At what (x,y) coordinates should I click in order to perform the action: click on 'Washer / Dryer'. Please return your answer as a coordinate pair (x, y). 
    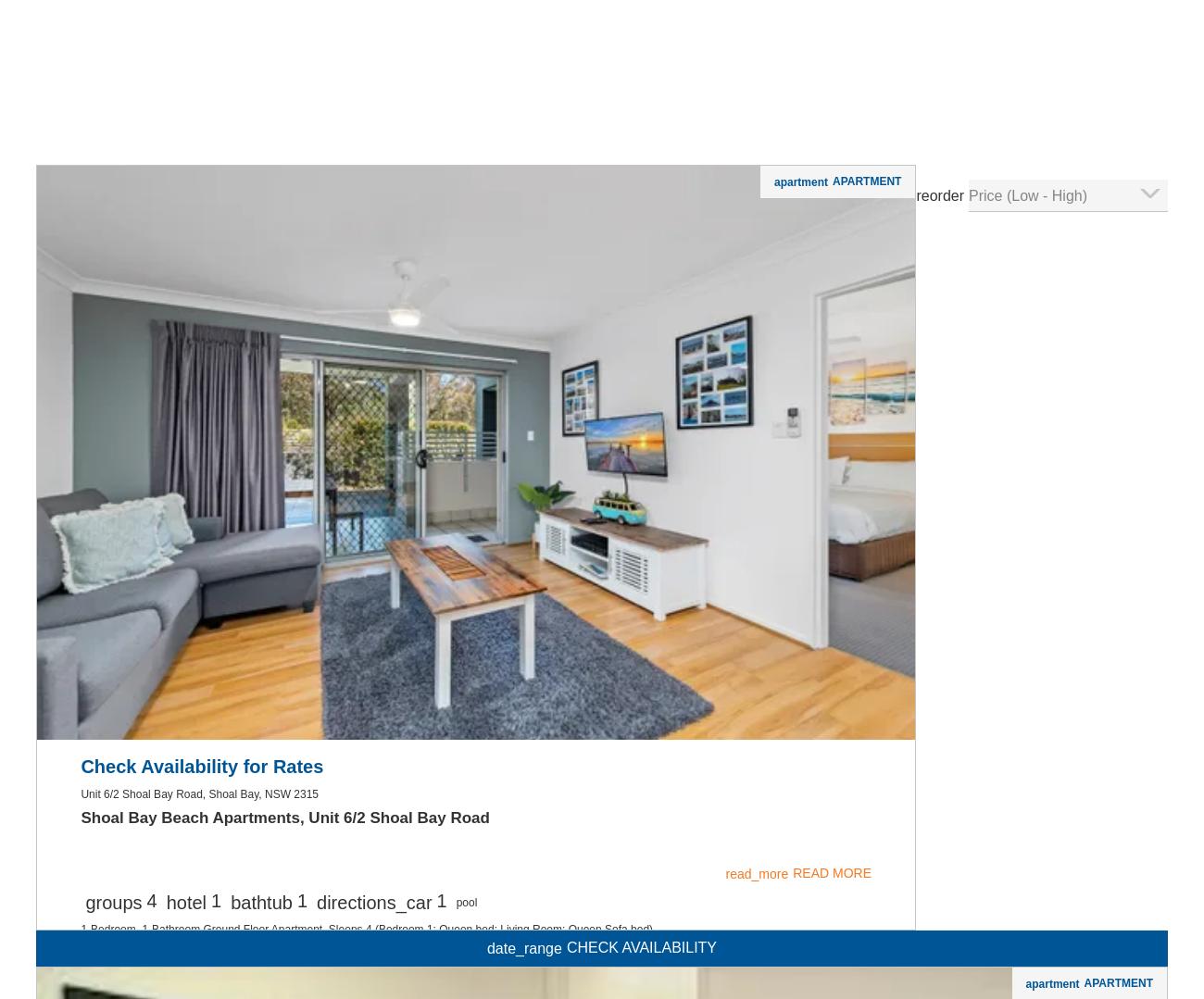
    Looking at the image, I should click on (601, 368).